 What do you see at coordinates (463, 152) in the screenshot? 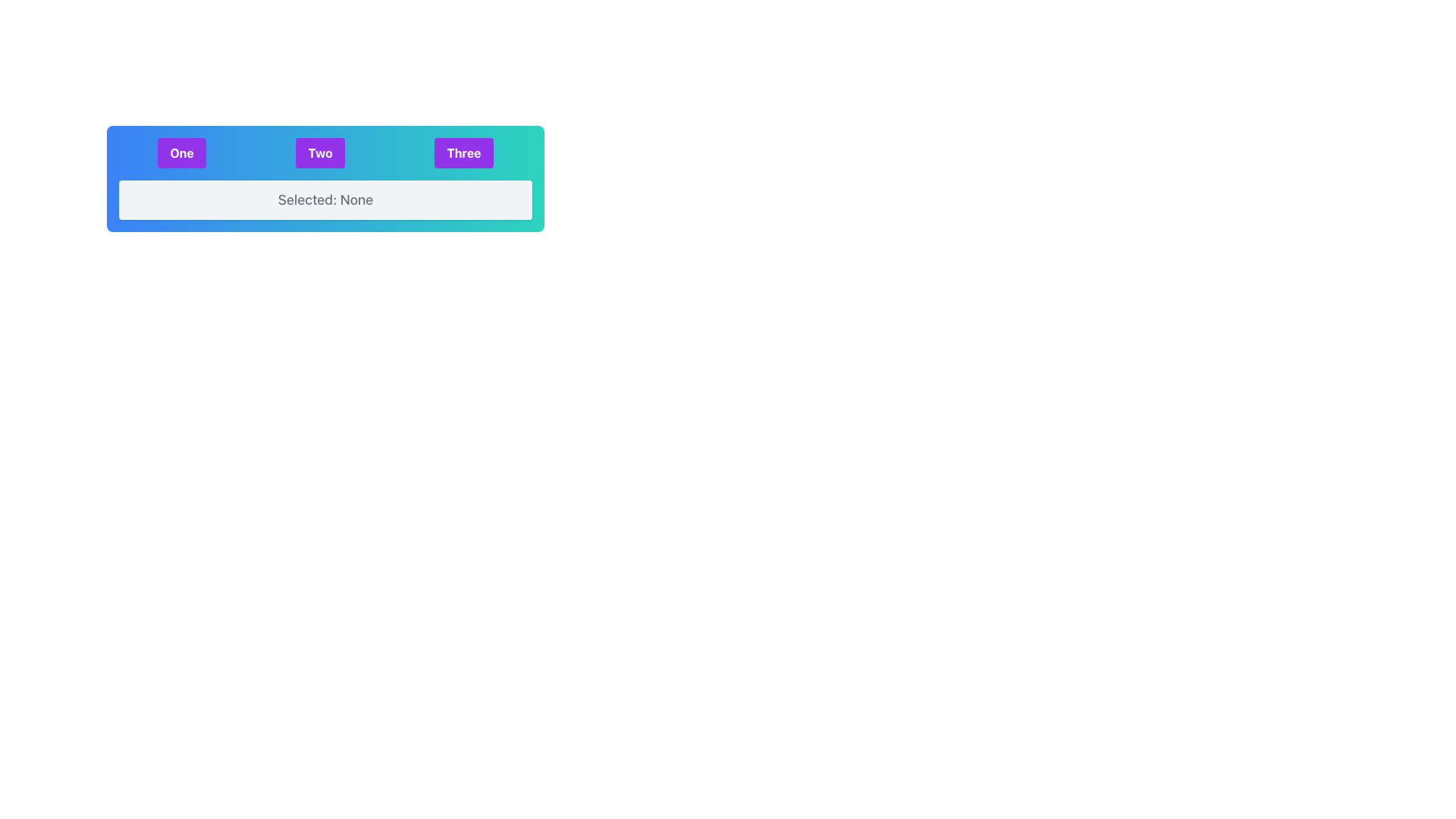
I see `the button labeled 'Three', which is a rectangular button with a purple background and bold white text` at bounding box center [463, 152].